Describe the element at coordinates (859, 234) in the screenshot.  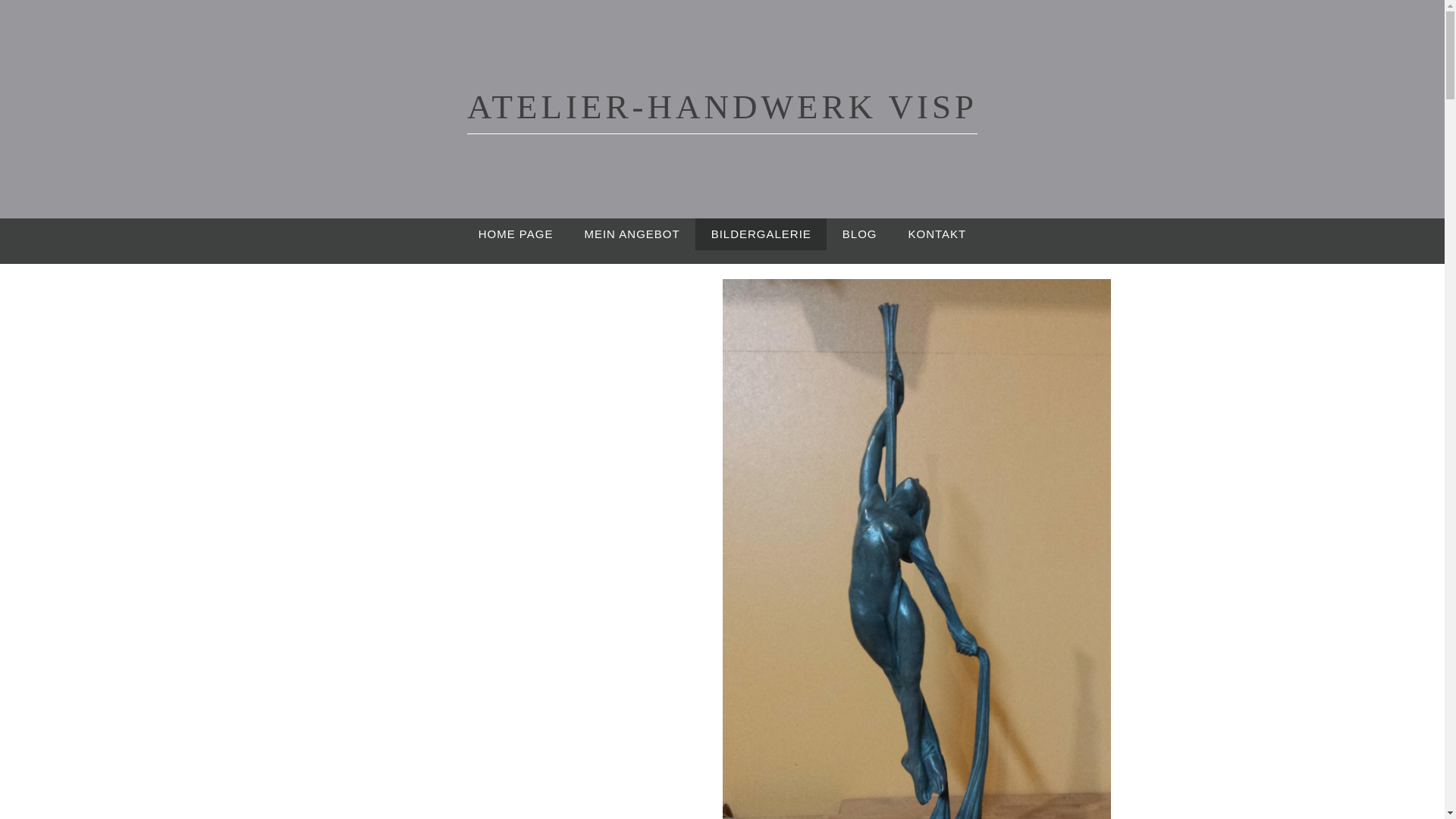
I see `'BLOG'` at that location.